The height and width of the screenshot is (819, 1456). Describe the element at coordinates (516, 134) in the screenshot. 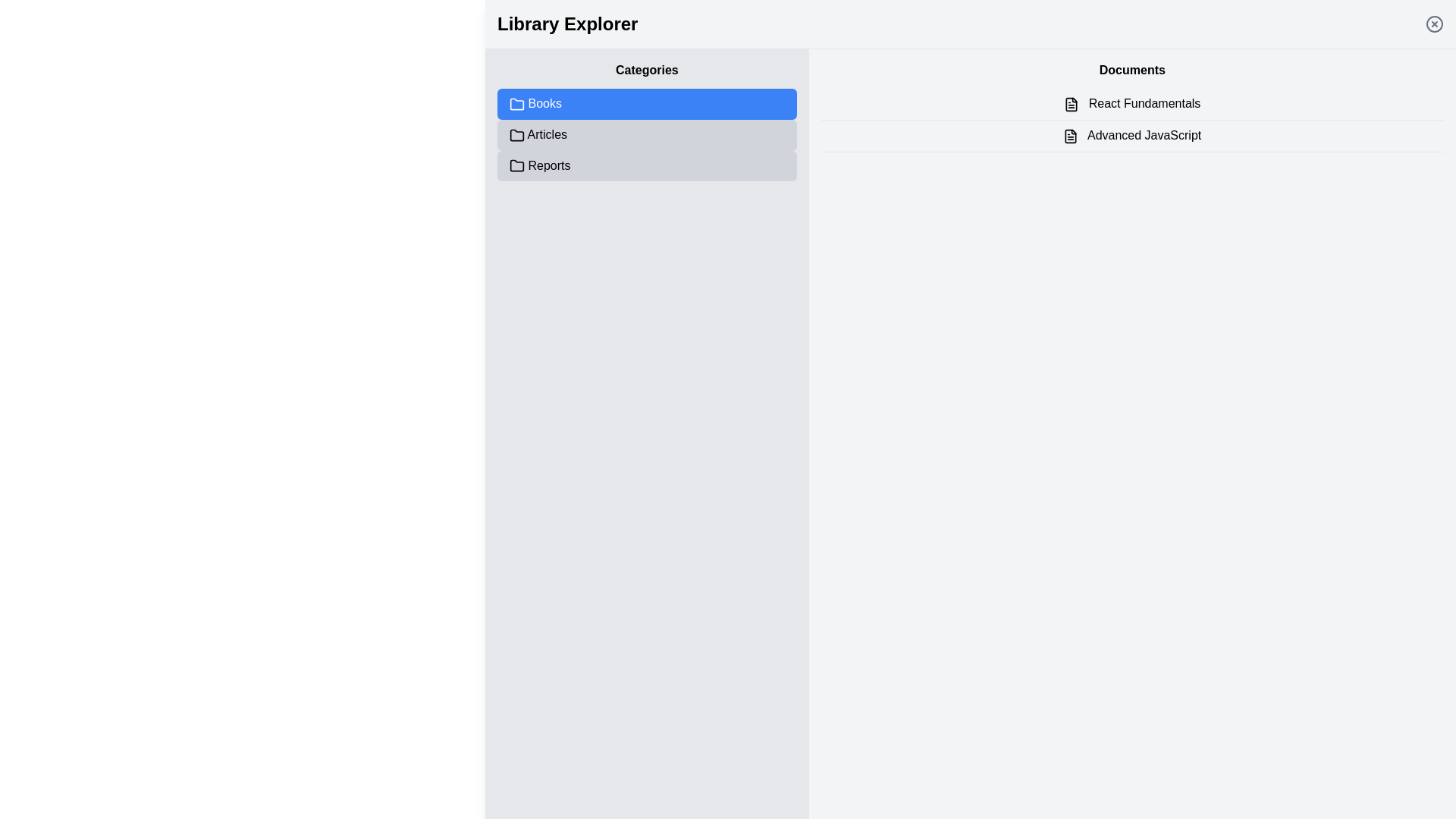

I see `the visual appearance of the 'Articles' folder icon, which is part of a vertical list of folder icons on the left side of the interface, positioned between 'Books' and 'Reports'` at that location.